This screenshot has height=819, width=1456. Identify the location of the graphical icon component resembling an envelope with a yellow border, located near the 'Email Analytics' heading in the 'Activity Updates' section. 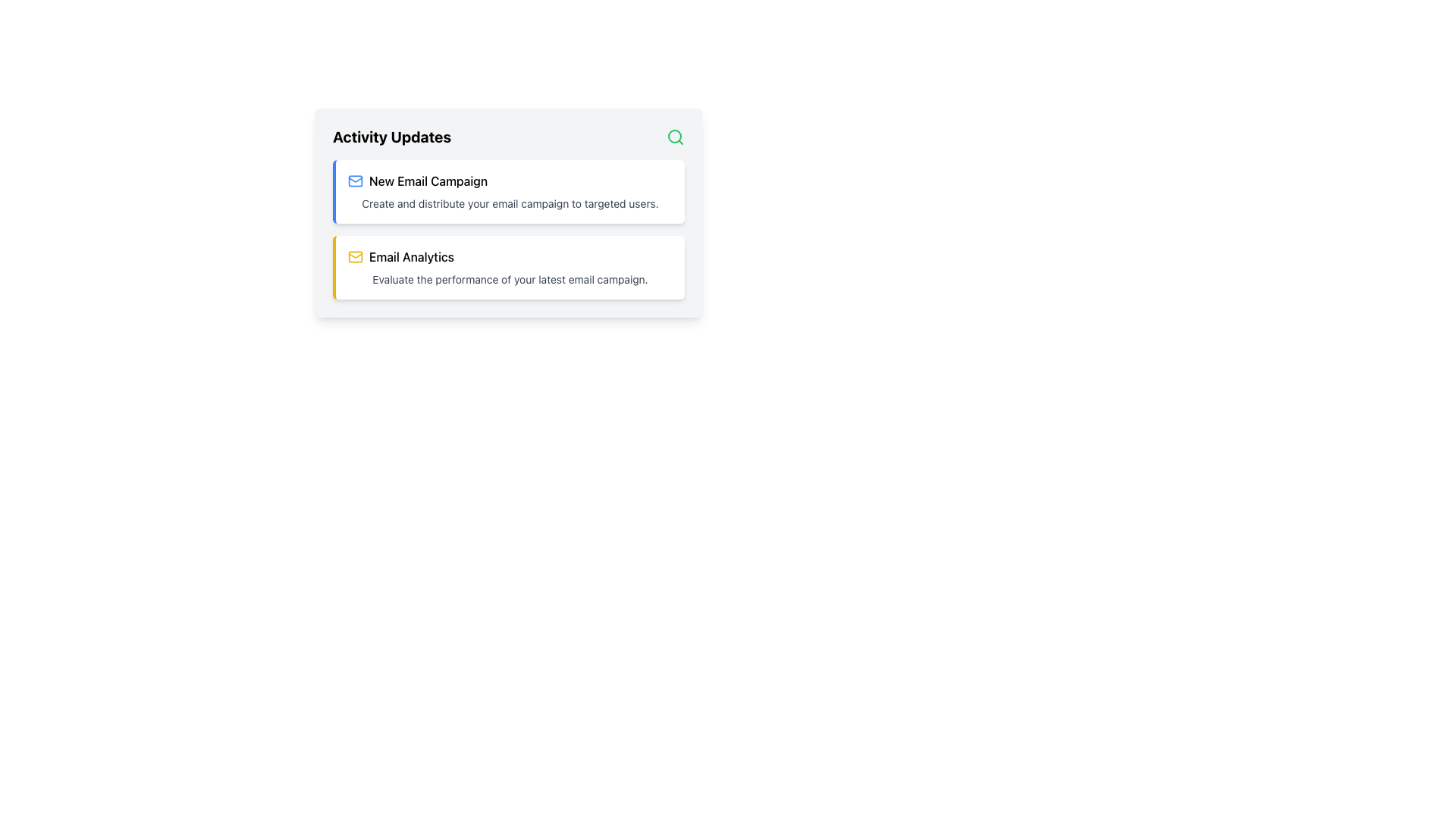
(355, 256).